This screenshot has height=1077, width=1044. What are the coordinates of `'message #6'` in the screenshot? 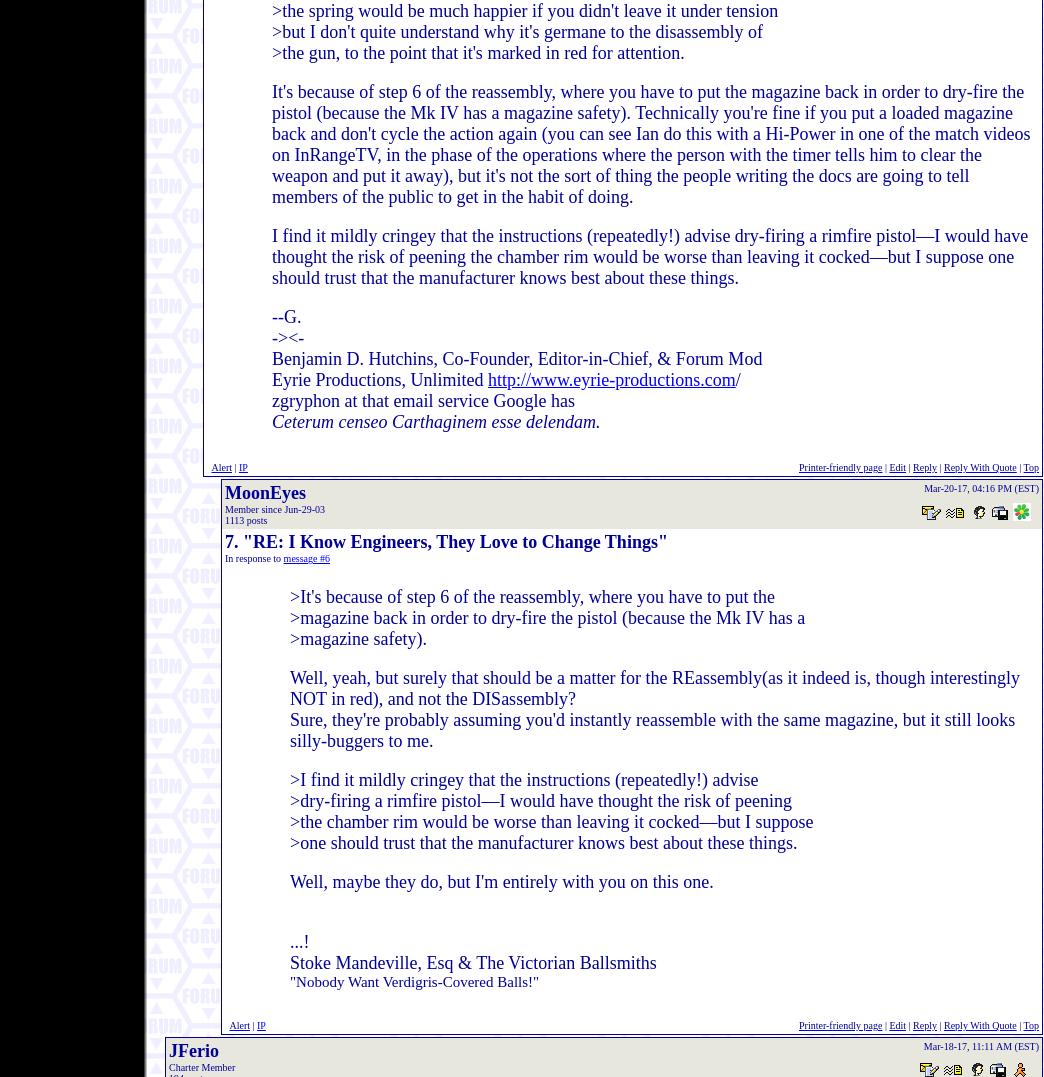 It's located at (305, 558).